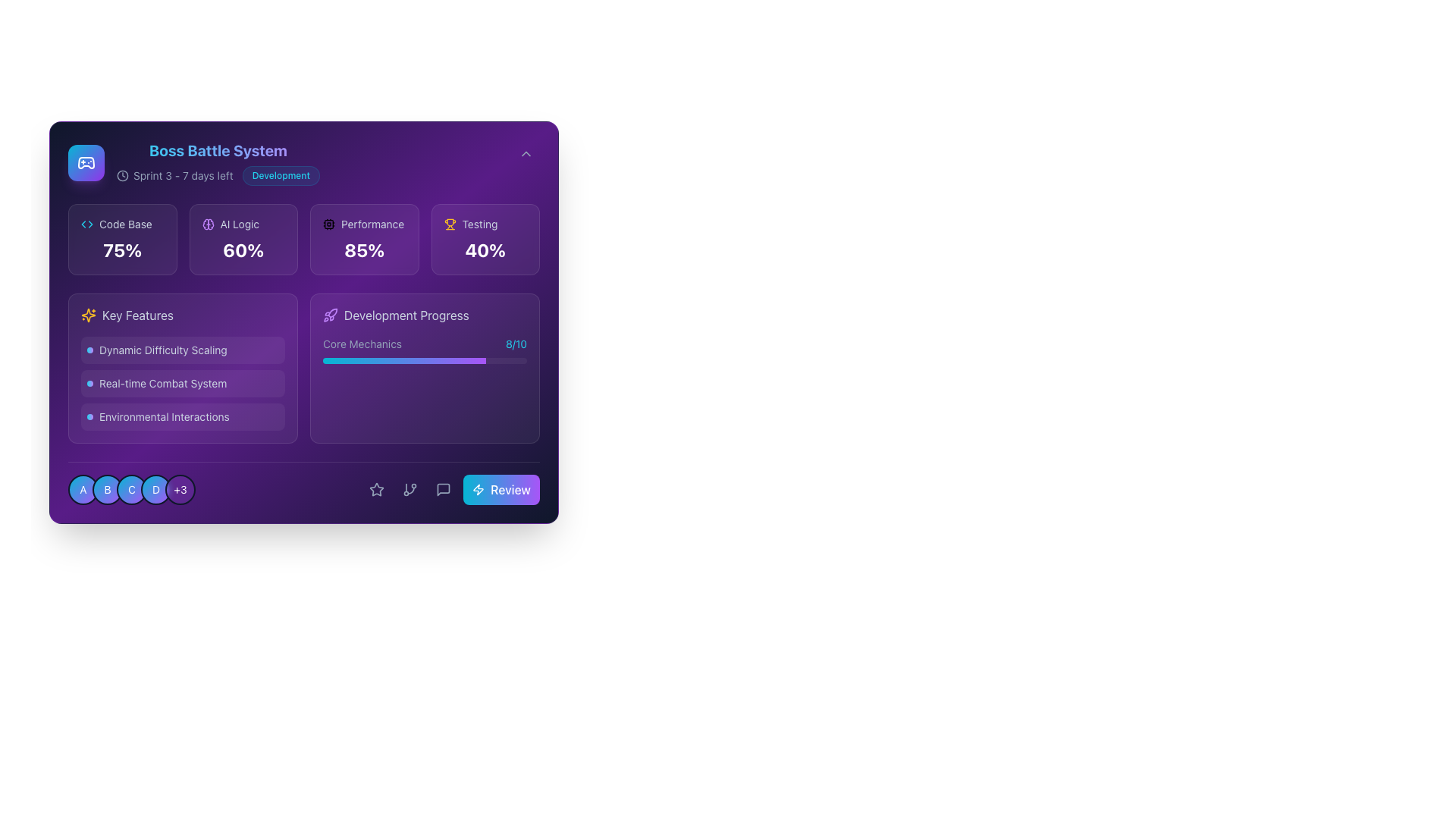  Describe the element at coordinates (364, 239) in the screenshot. I see `displayed text '85%' in large, bold font on the card with a soft purple background that occupies the third position from the left in the top row of the grid layout` at that location.